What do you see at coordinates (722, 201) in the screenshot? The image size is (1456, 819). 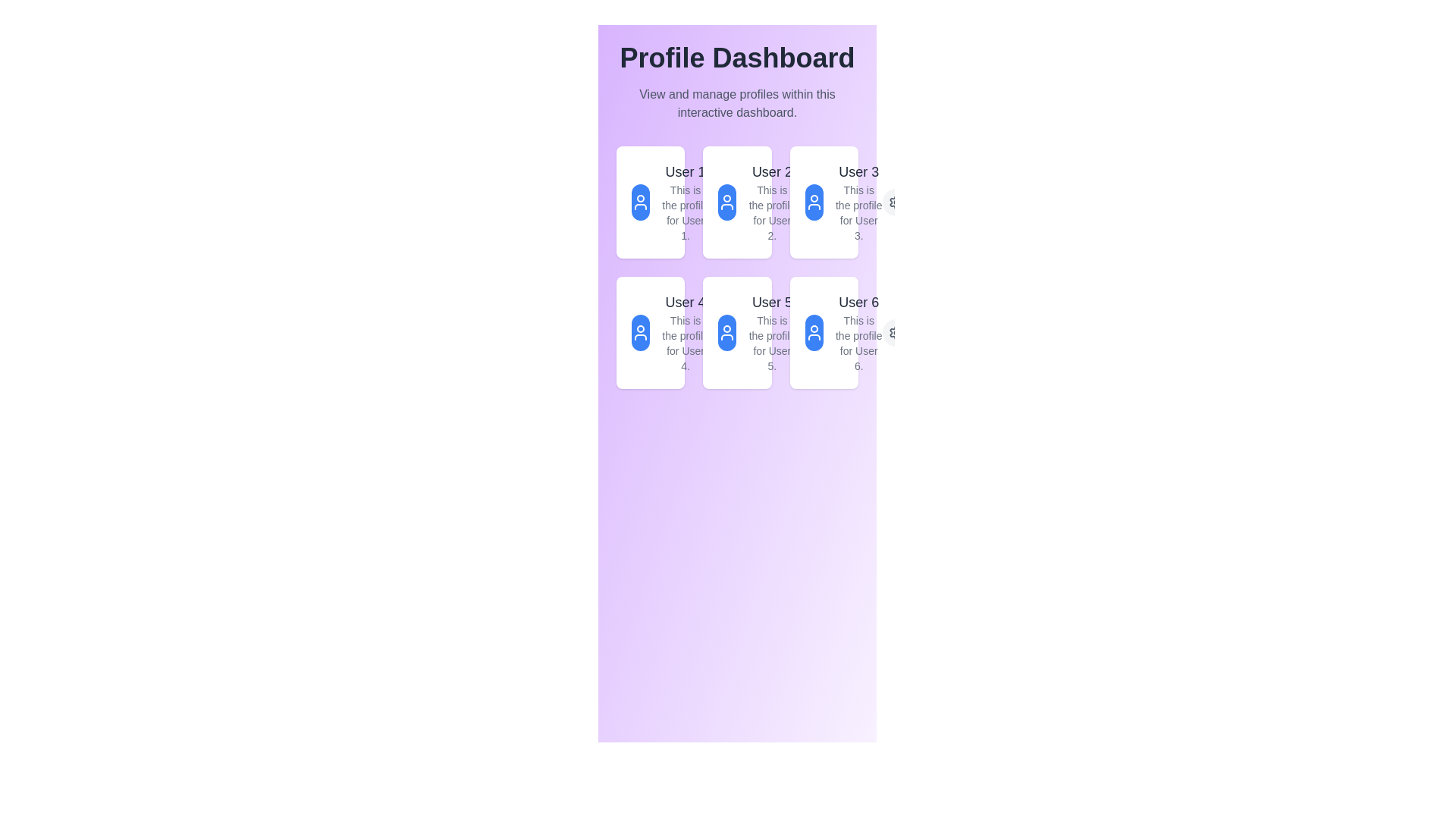 I see `the gear icon button for settings related to 'User 2'` at bounding box center [722, 201].